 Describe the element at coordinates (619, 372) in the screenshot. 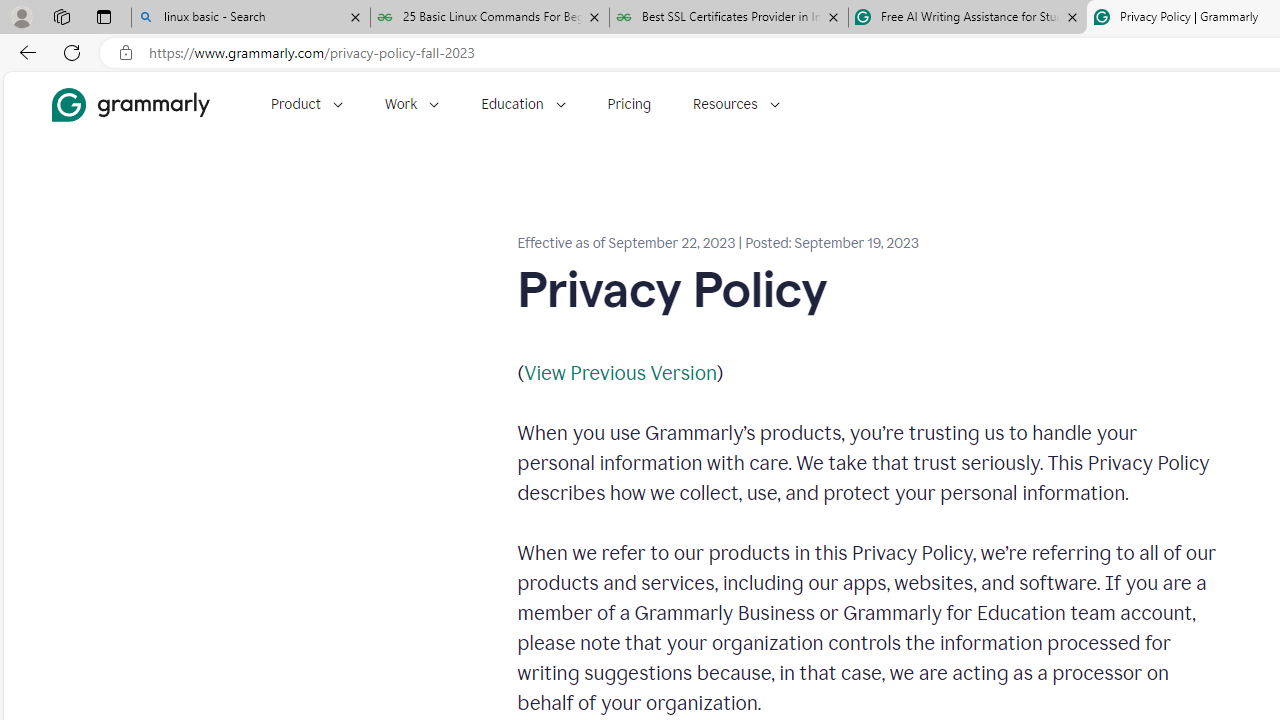

I see `'View Previous Version'` at that location.